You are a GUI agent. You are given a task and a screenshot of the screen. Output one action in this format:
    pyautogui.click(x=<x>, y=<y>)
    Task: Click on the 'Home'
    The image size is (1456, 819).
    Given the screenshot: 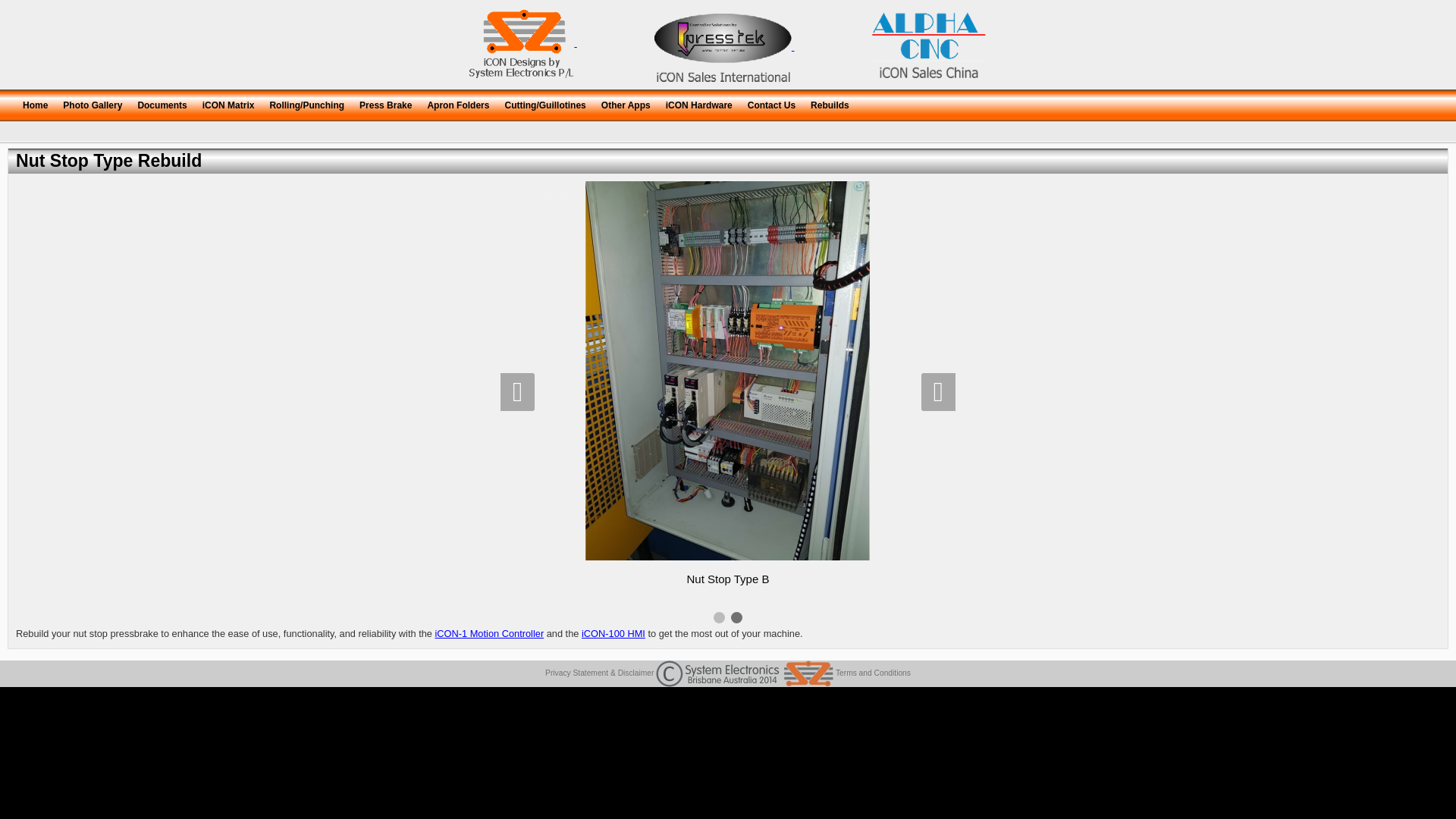 What is the action you would take?
    pyautogui.click(x=35, y=102)
    